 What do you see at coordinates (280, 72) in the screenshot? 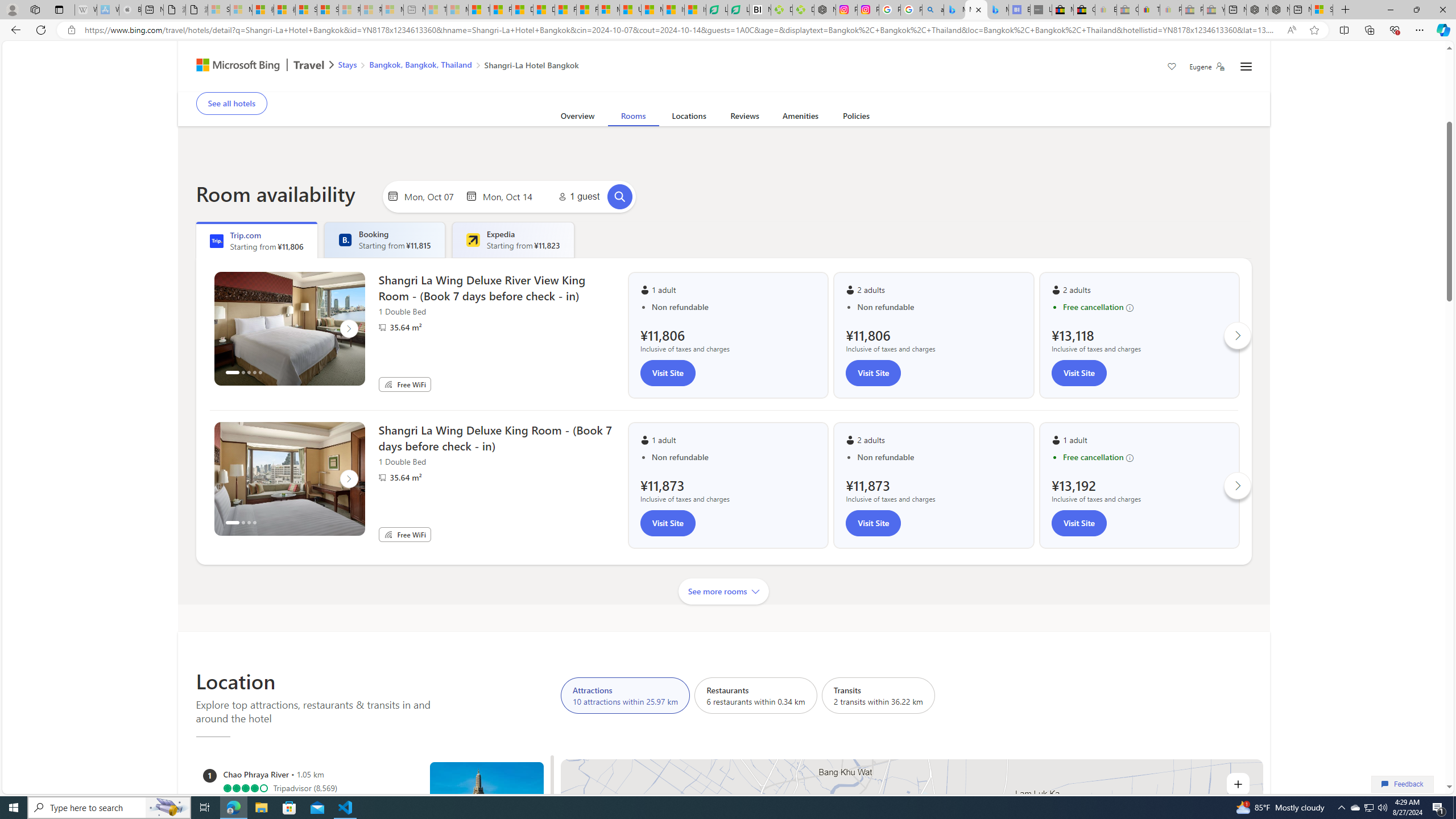
I see `'2,234 Booking.com reviews'` at bounding box center [280, 72].